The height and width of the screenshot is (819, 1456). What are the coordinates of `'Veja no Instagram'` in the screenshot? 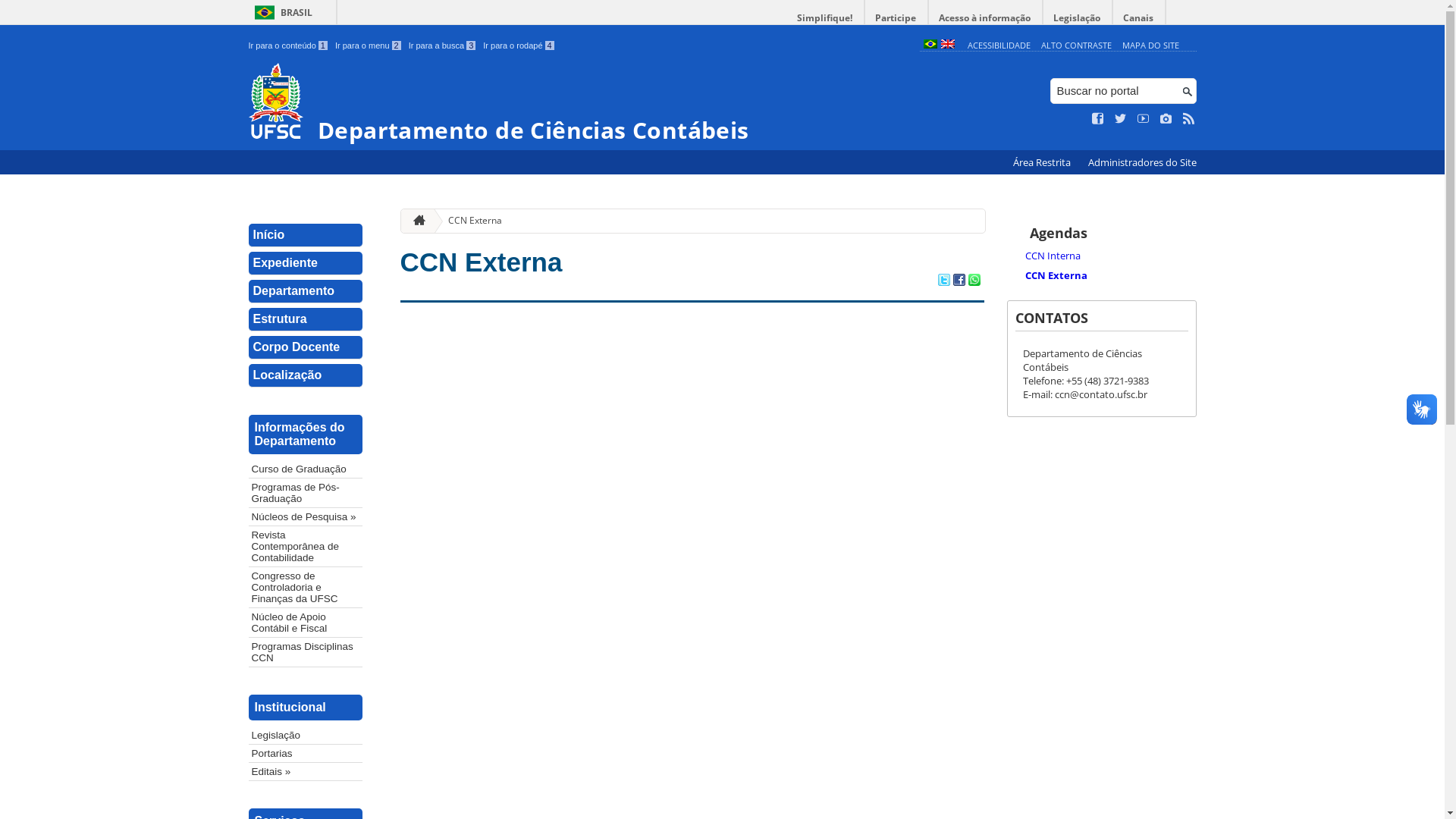 It's located at (1165, 118).